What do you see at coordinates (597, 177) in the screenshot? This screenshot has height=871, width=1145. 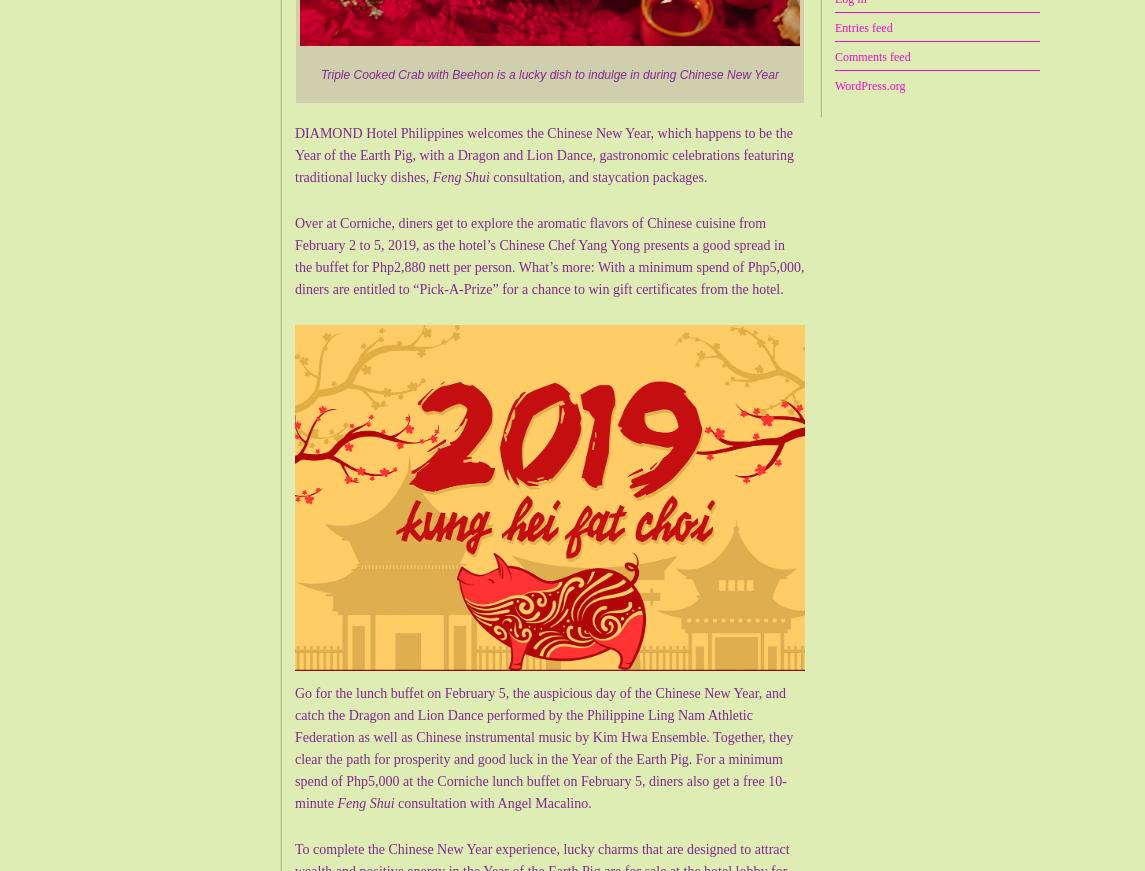 I see `'consultation, and staycation packages.'` at bounding box center [597, 177].